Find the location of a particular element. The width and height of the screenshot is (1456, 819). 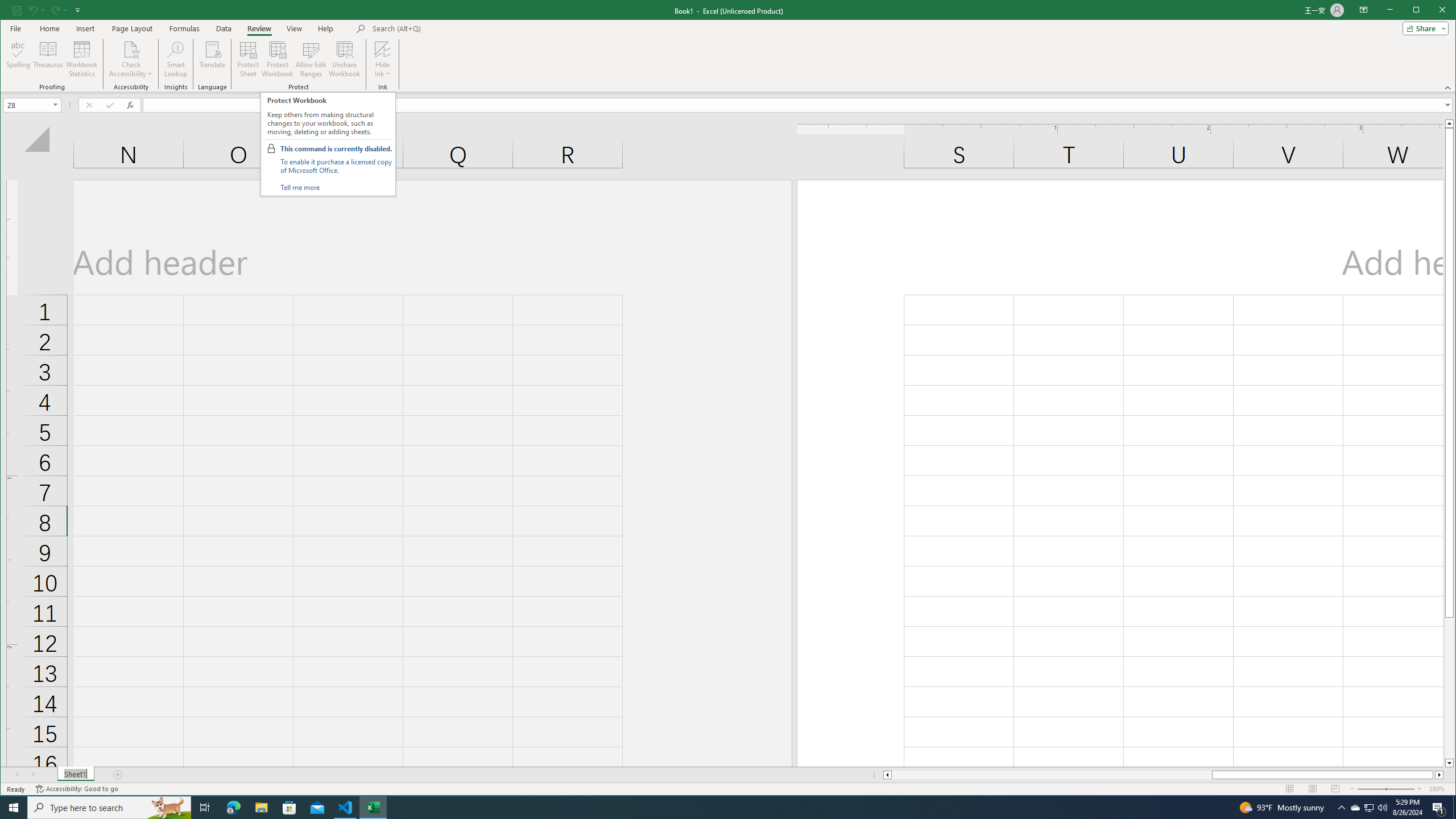

'Home' is located at coordinates (49, 28).